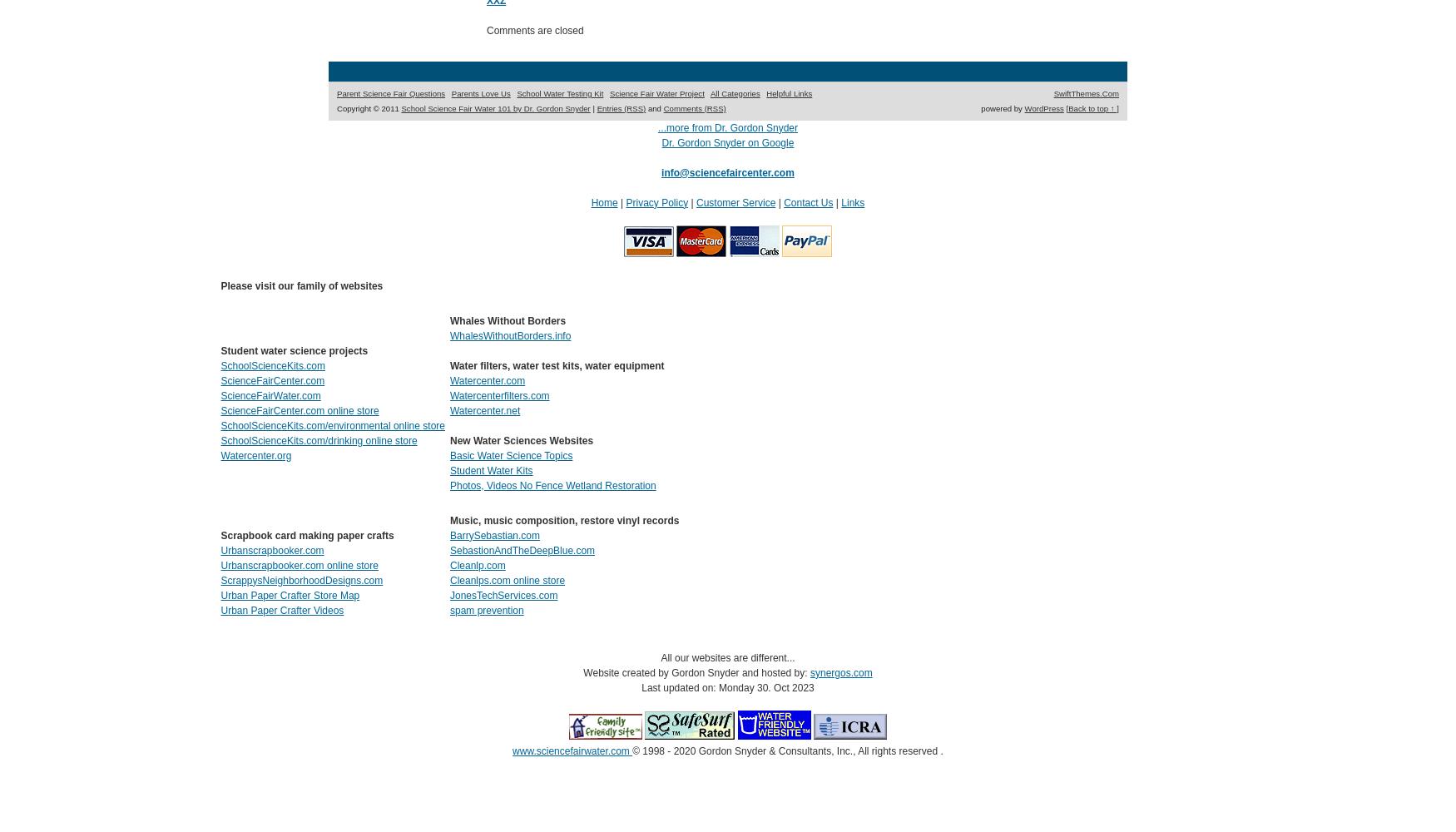  Describe the element at coordinates (604, 201) in the screenshot. I see `'Home'` at that location.